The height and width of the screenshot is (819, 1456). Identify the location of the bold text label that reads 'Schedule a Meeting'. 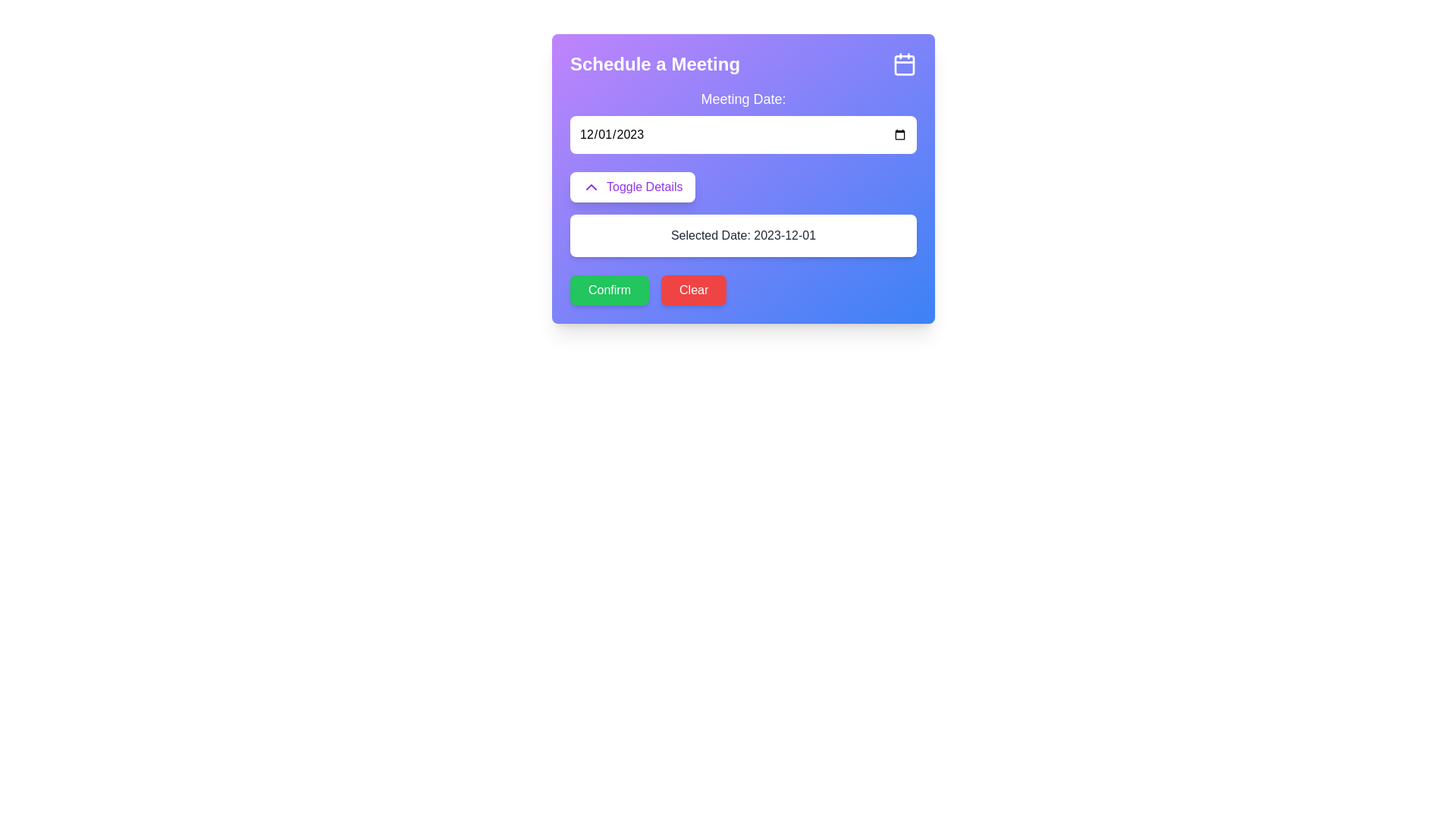
(655, 63).